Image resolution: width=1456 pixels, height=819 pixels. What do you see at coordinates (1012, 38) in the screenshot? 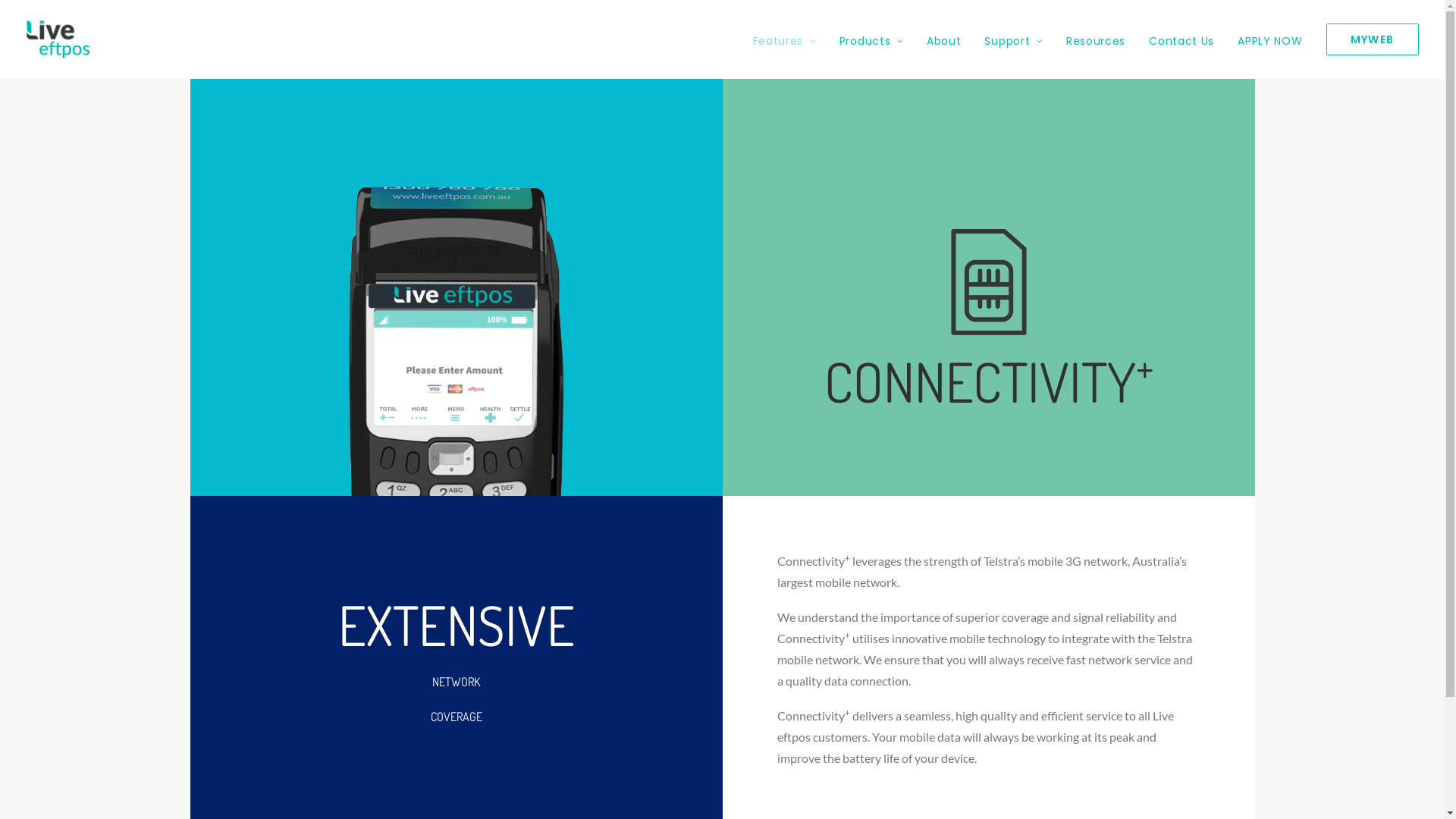
I see `'Support'` at bounding box center [1012, 38].